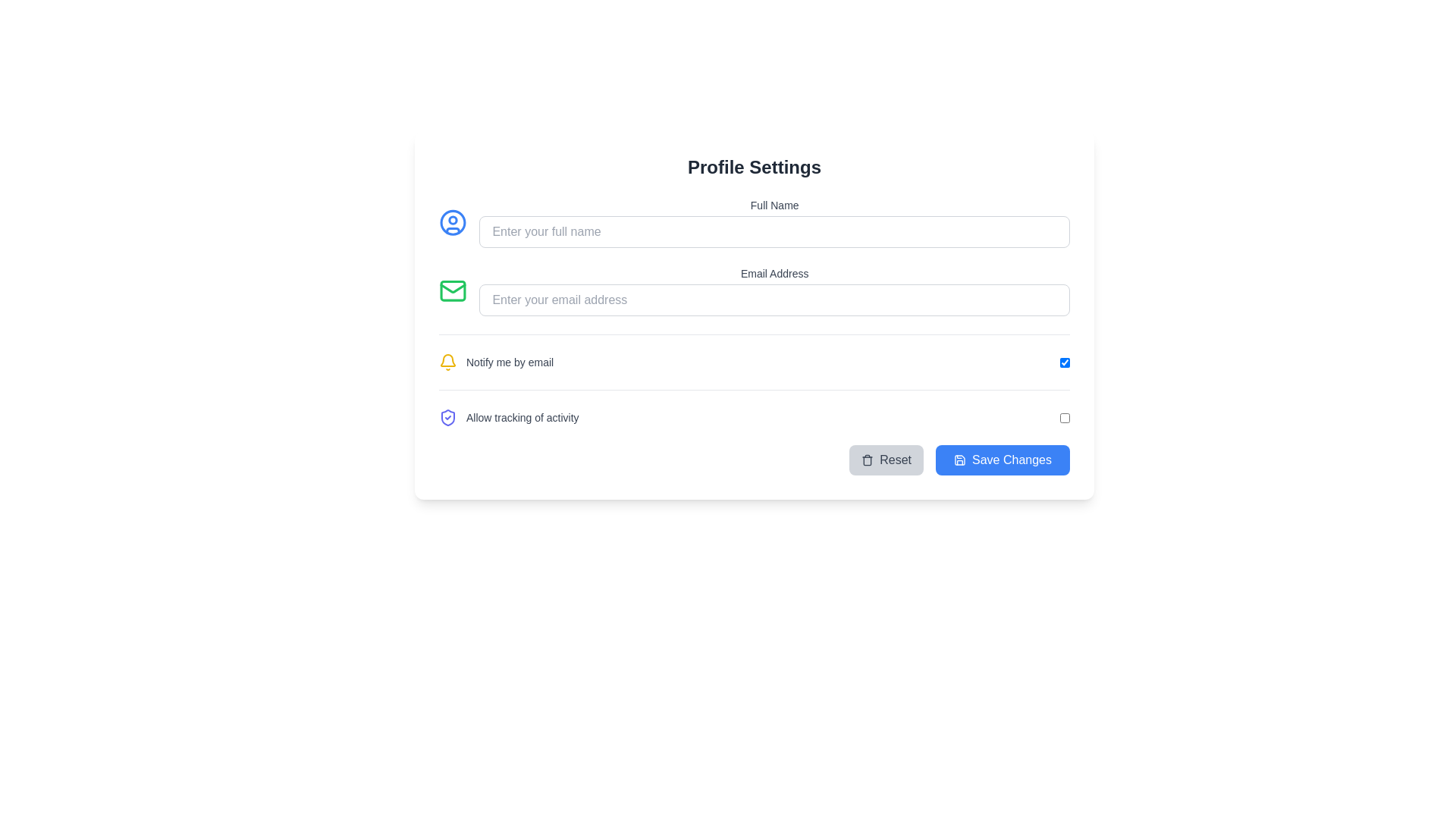 Image resolution: width=1456 pixels, height=819 pixels. What do you see at coordinates (452, 291) in the screenshot?
I see `the bright green rectangular shape with rounded corners inside the envelope icon, which is located to the left of the 'Enter your email address' text box in the 'Profile Settings' section` at bounding box center [452, 291].